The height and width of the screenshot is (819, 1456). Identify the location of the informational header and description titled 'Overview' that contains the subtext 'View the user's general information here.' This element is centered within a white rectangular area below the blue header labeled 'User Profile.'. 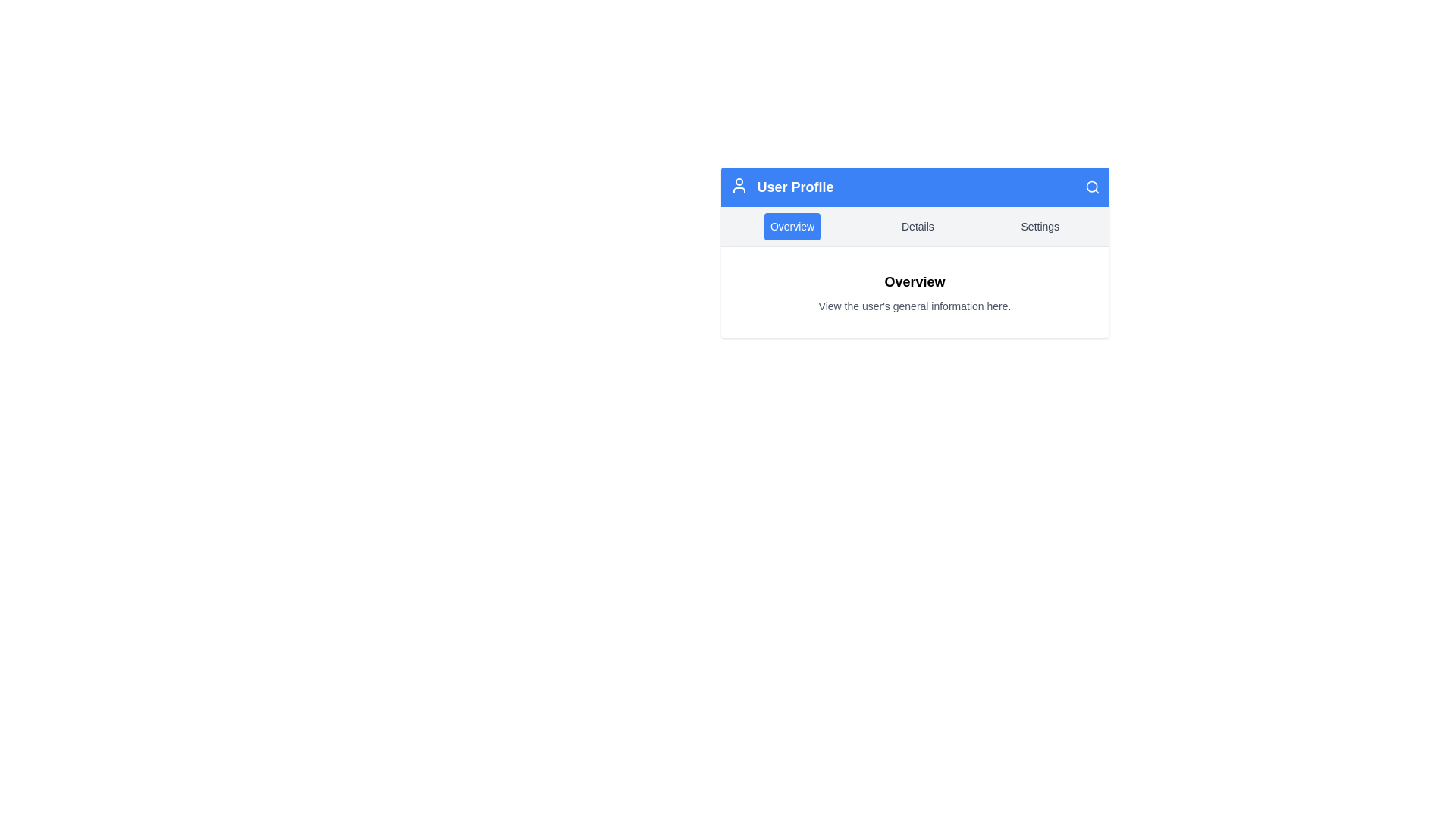
(914, 292).